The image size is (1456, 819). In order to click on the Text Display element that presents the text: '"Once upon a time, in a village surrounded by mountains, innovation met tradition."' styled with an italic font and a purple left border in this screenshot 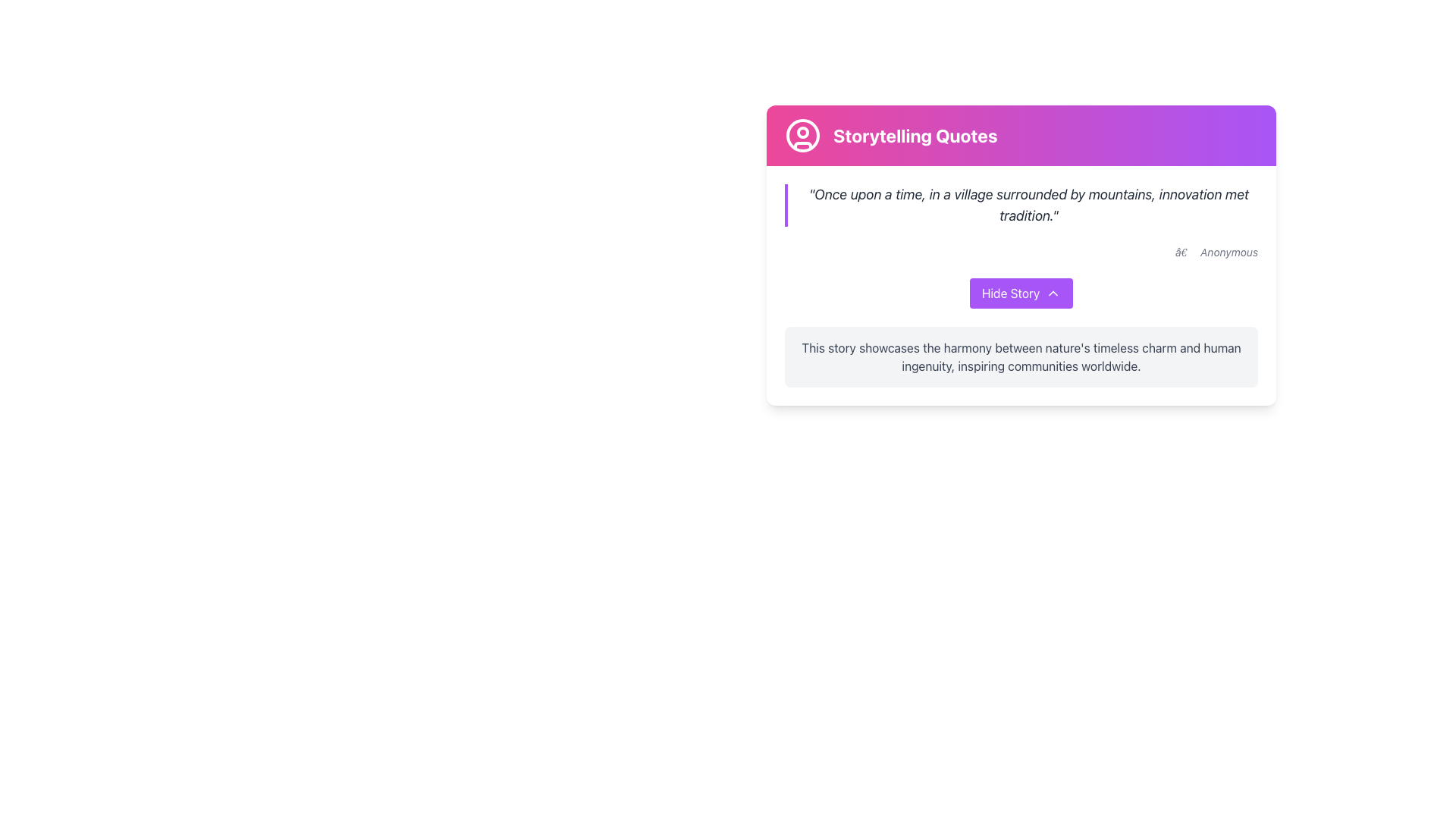, I will do `click(1021, 205)`.